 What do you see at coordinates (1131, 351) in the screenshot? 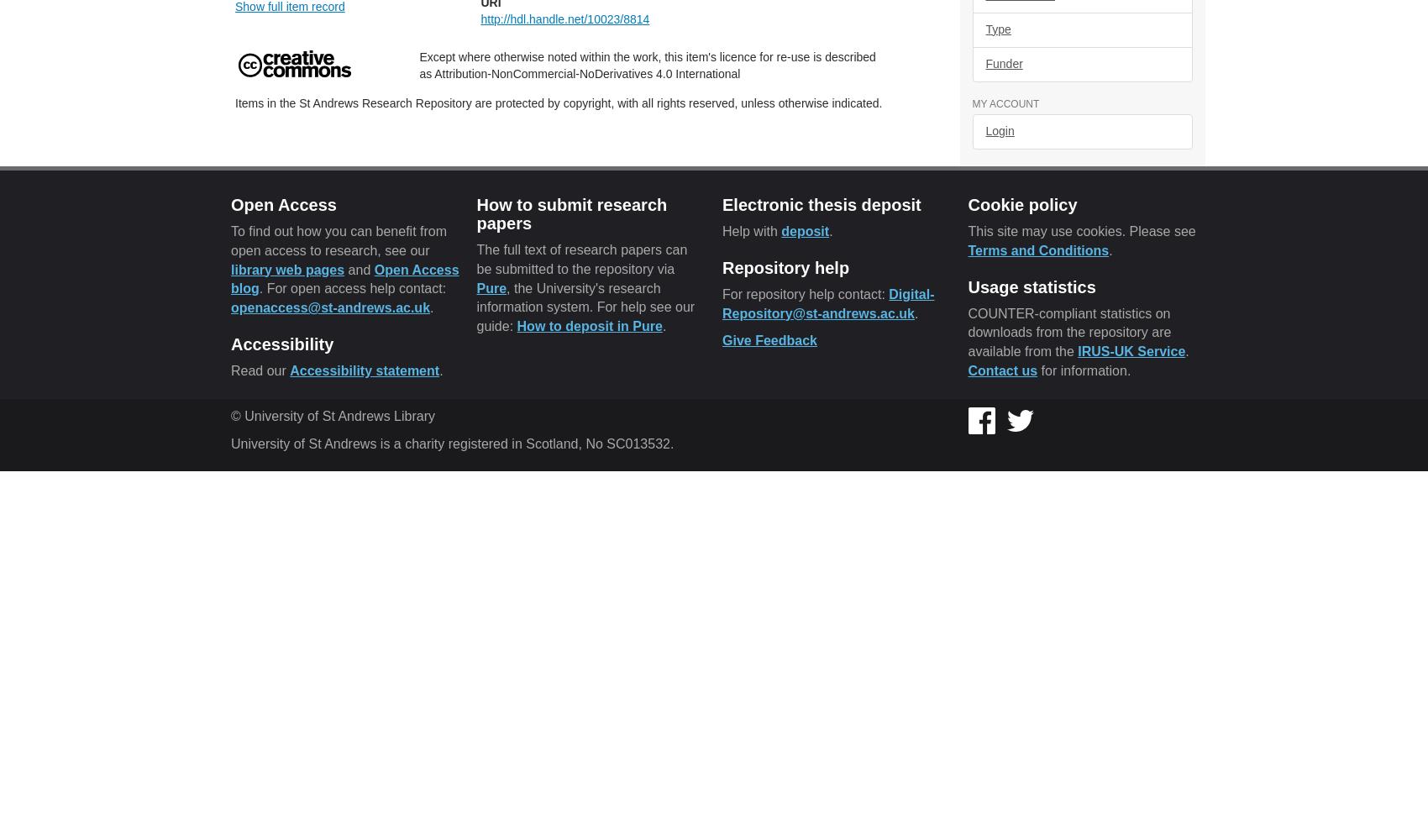
I see `'IRUS-UK Service'` at bounding box center [1131, 351].